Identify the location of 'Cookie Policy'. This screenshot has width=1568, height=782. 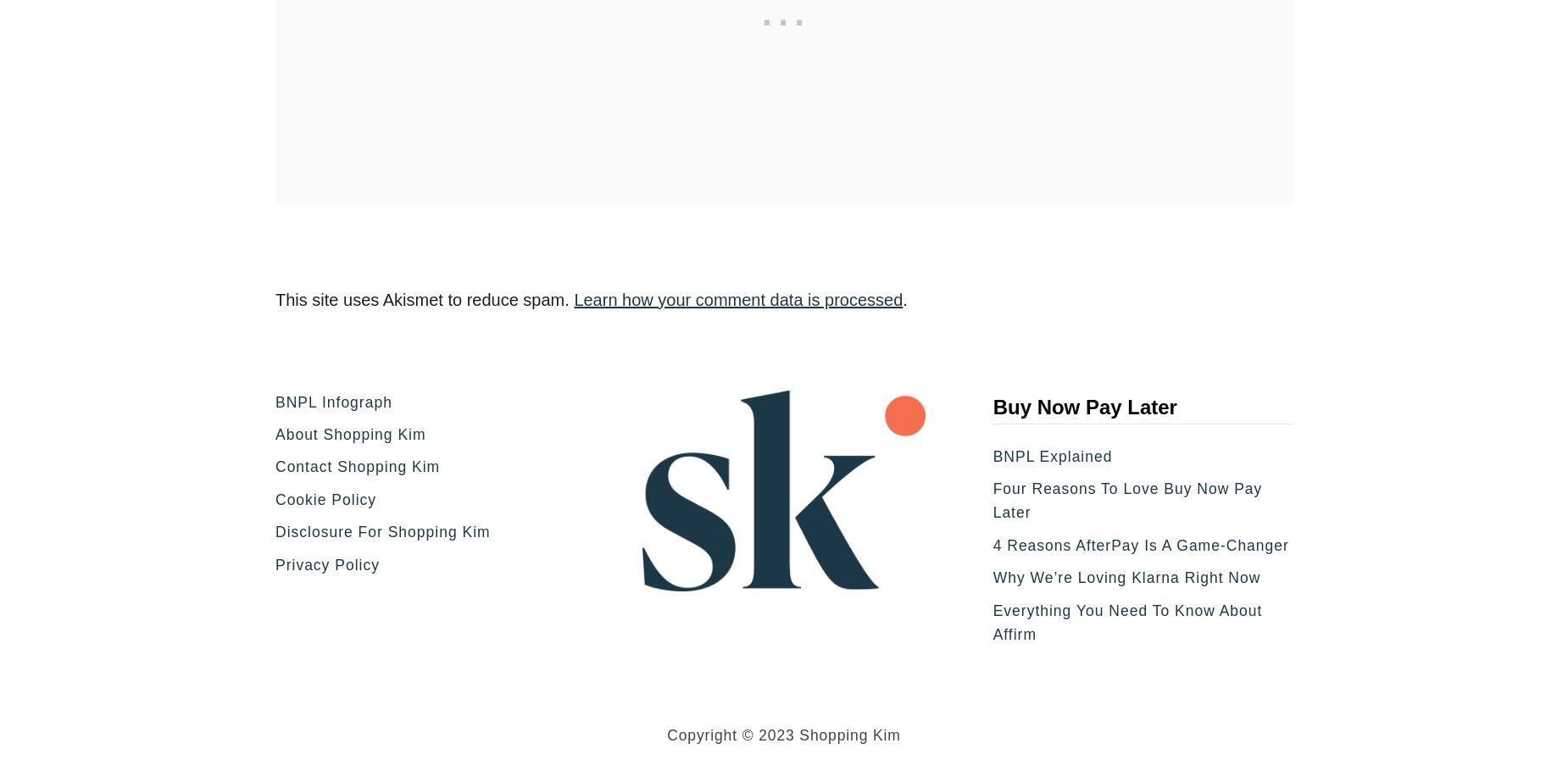
(325, 497).